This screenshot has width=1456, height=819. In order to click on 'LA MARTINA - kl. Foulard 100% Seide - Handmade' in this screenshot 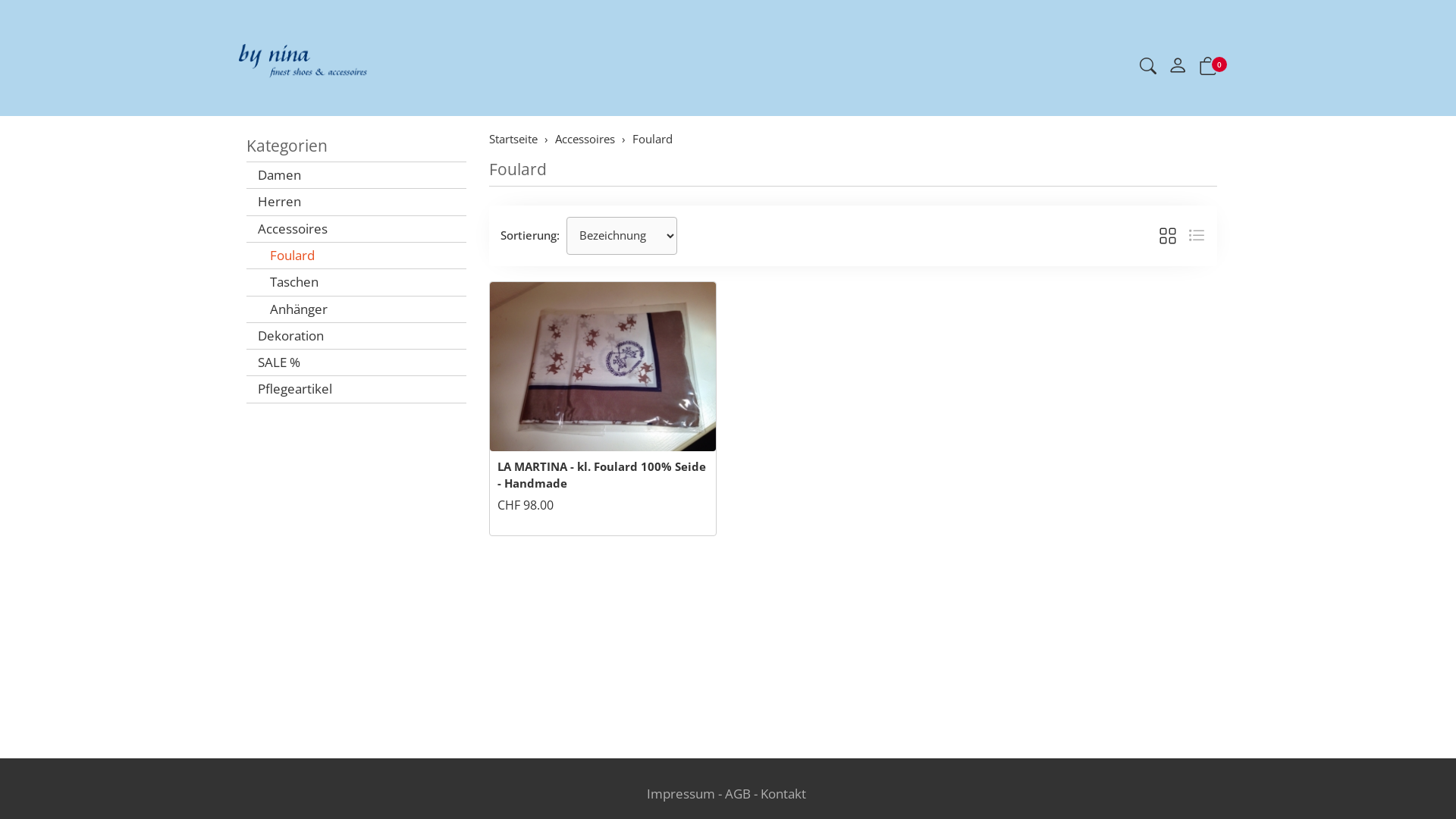, I will do `click(601, 473)`.